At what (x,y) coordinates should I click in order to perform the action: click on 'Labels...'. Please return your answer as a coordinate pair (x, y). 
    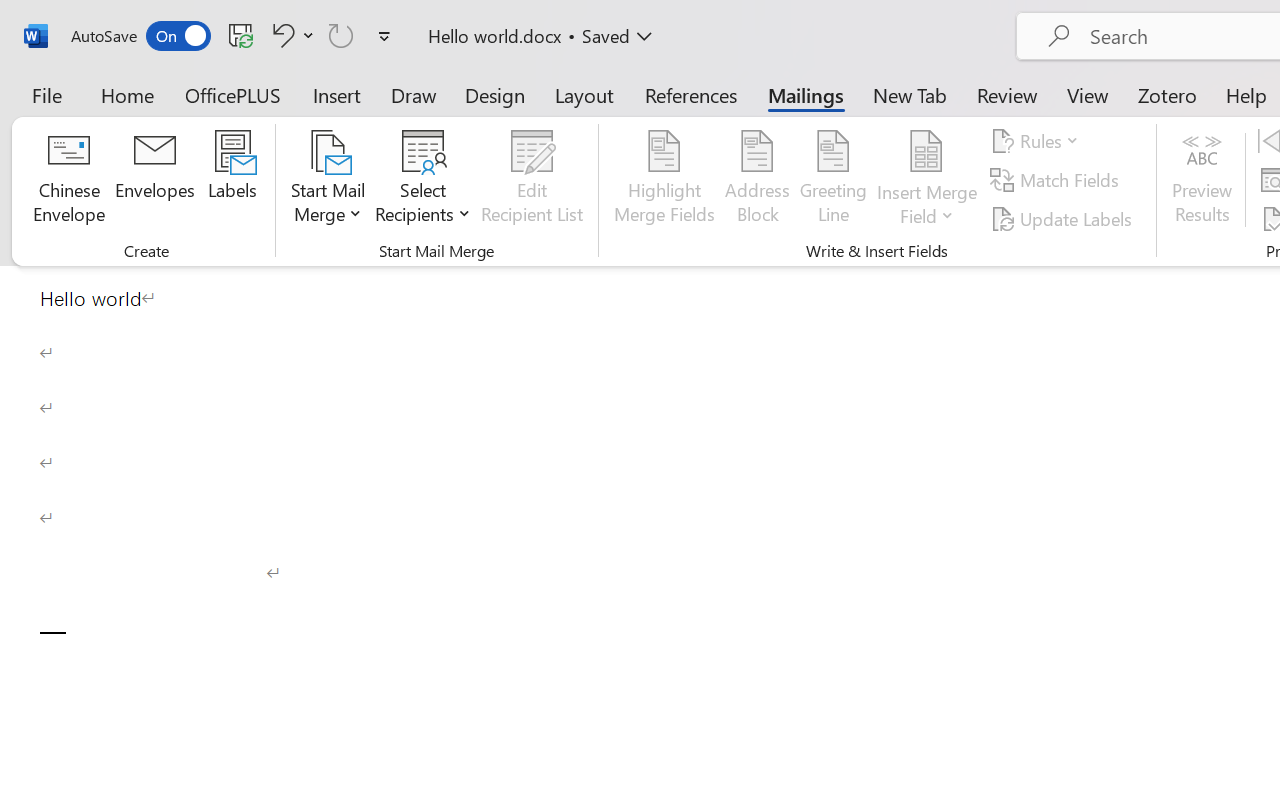
    Looking at the image, I should click on (232, 179).